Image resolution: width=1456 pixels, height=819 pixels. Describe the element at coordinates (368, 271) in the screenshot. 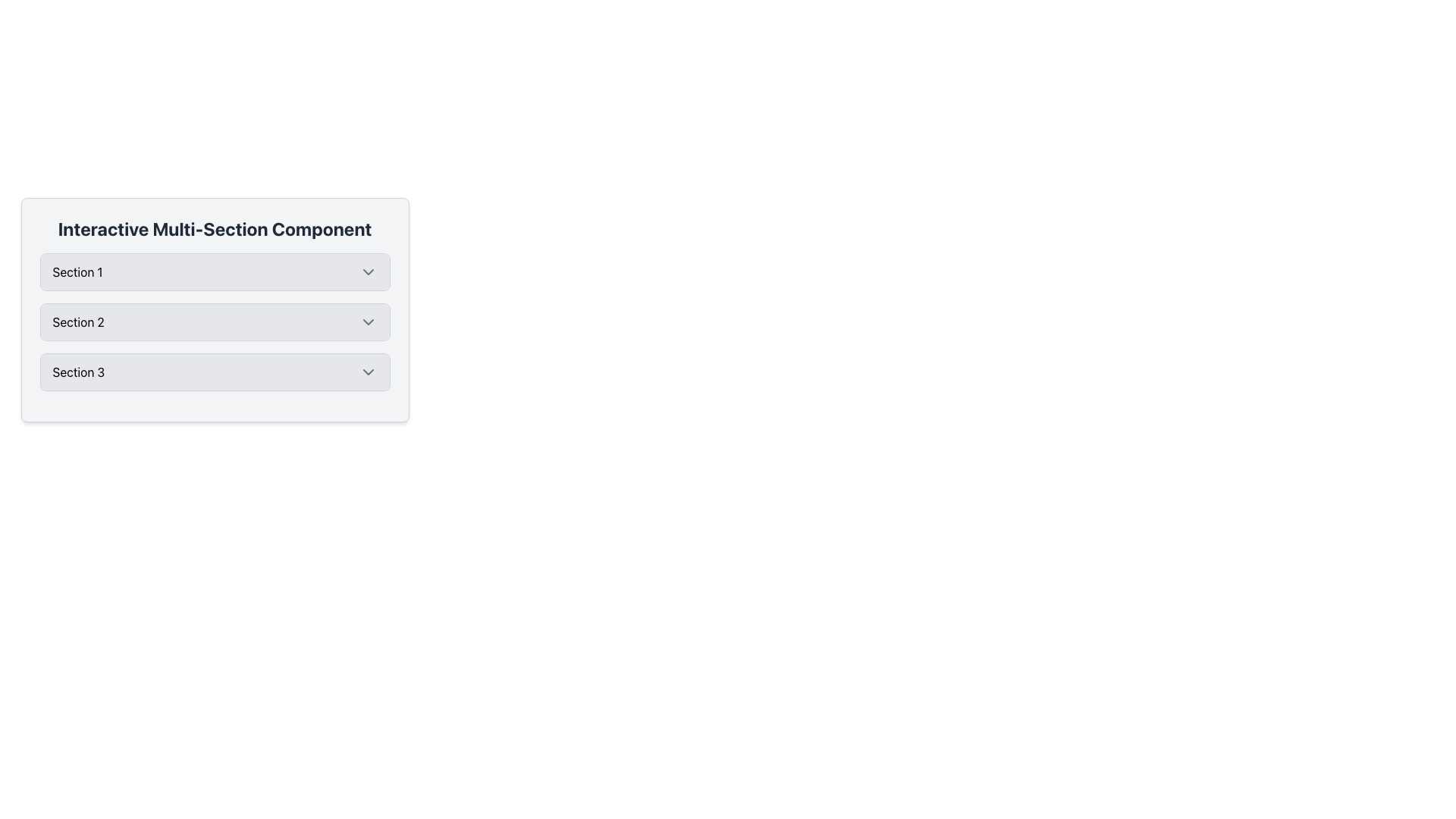

I see `the downward-facing chevron icon styled in gray, located on the right side of the text 'Section 1' within the section bar` at that location.